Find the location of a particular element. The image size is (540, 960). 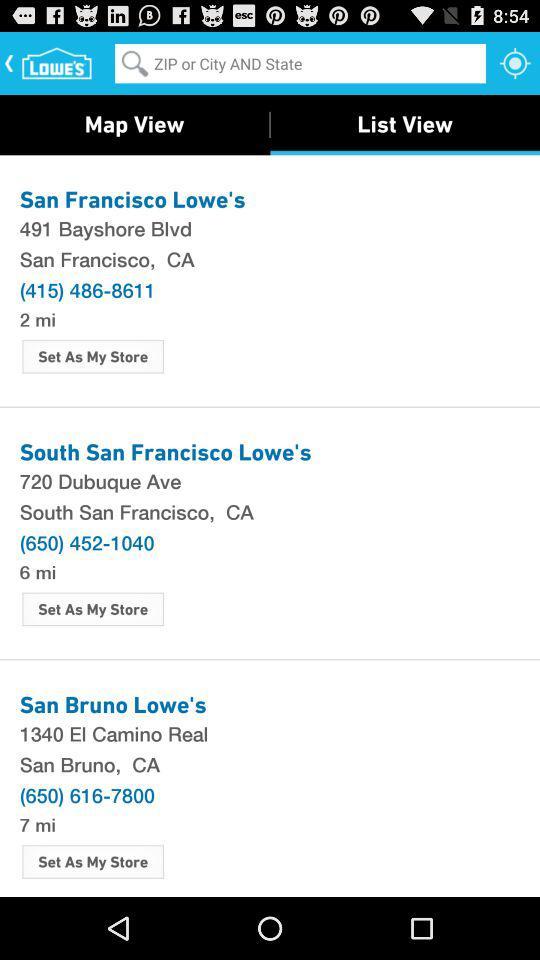

the item above san bruno,  ca item is located at coordinates (270, 732).